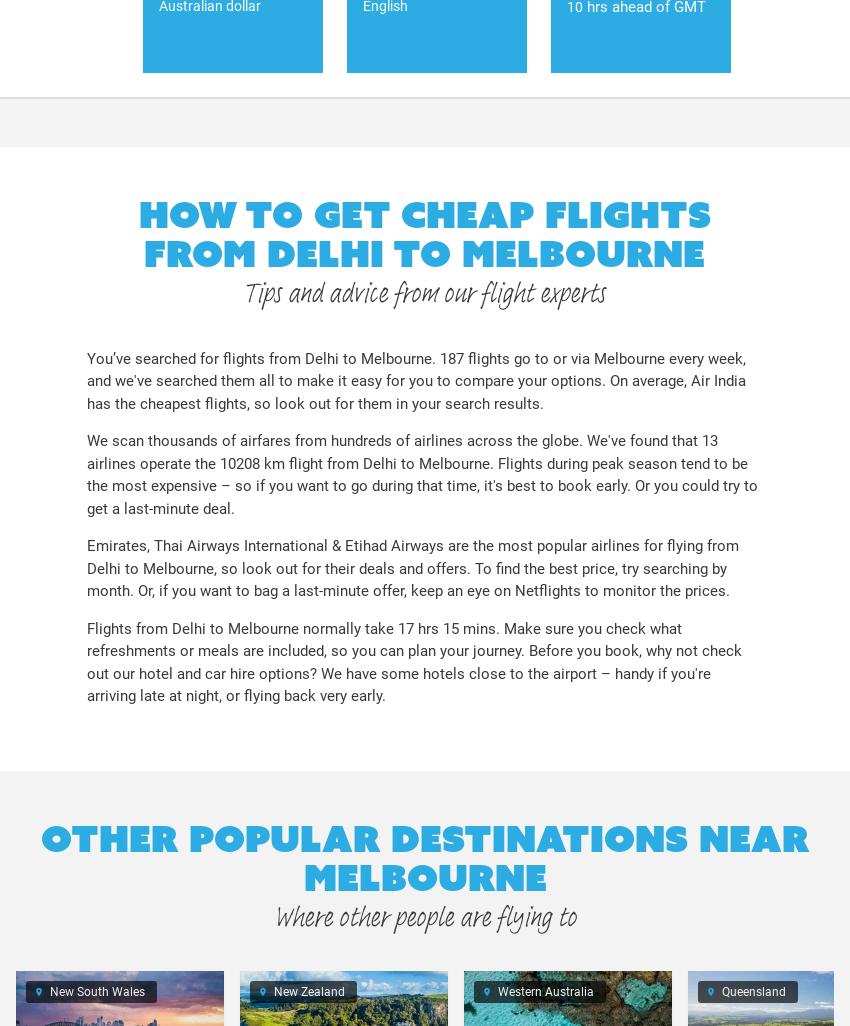  Describe the element at coordinates (423, 233) in the screenshot. I see `'How to get cheap flights from Delhi to Melbourne'` at that location.